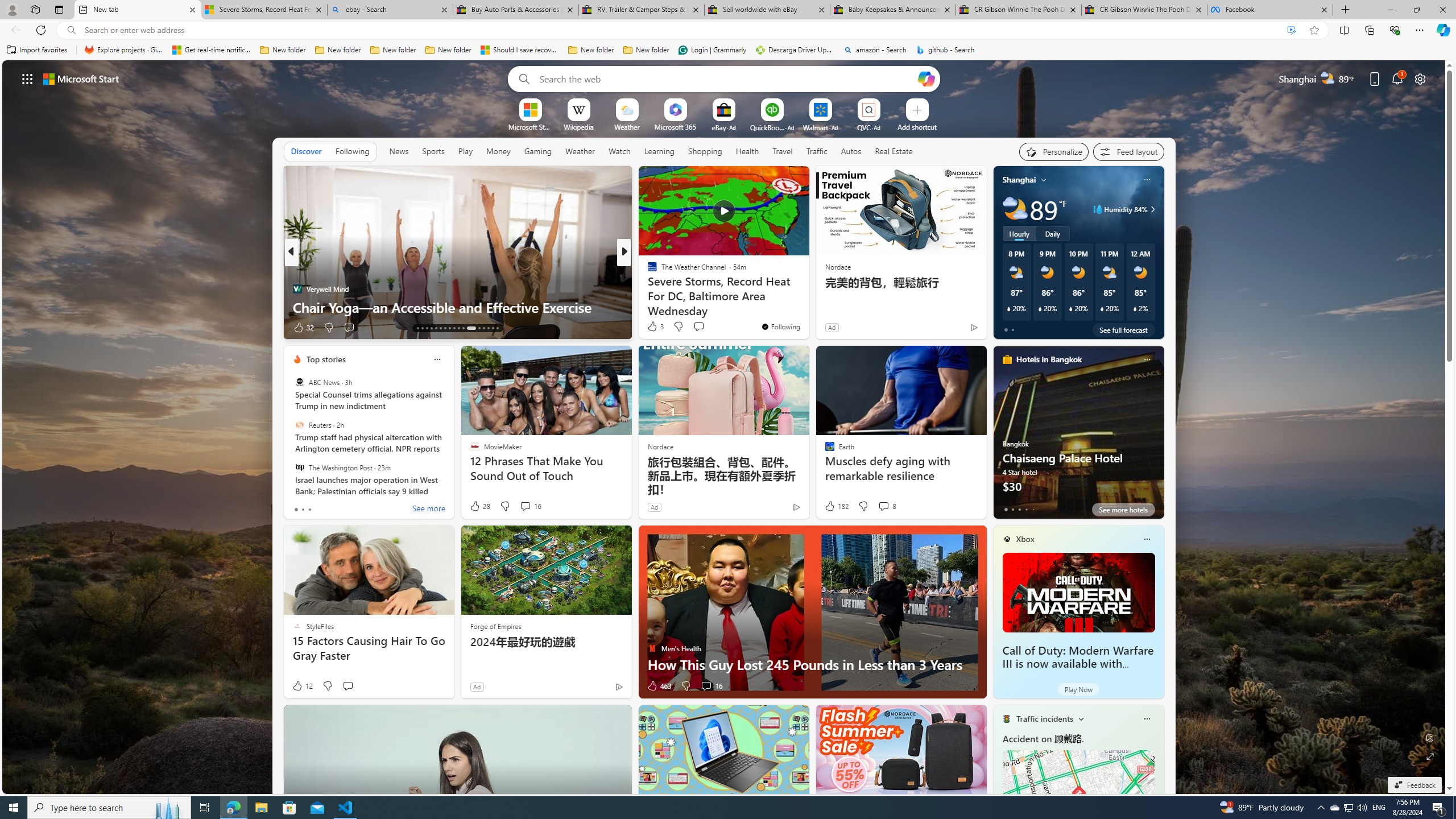 Image resolution: width=1456 pixels, height=819 pixels. I want to click on 'tab-3', so click(1025, 509).